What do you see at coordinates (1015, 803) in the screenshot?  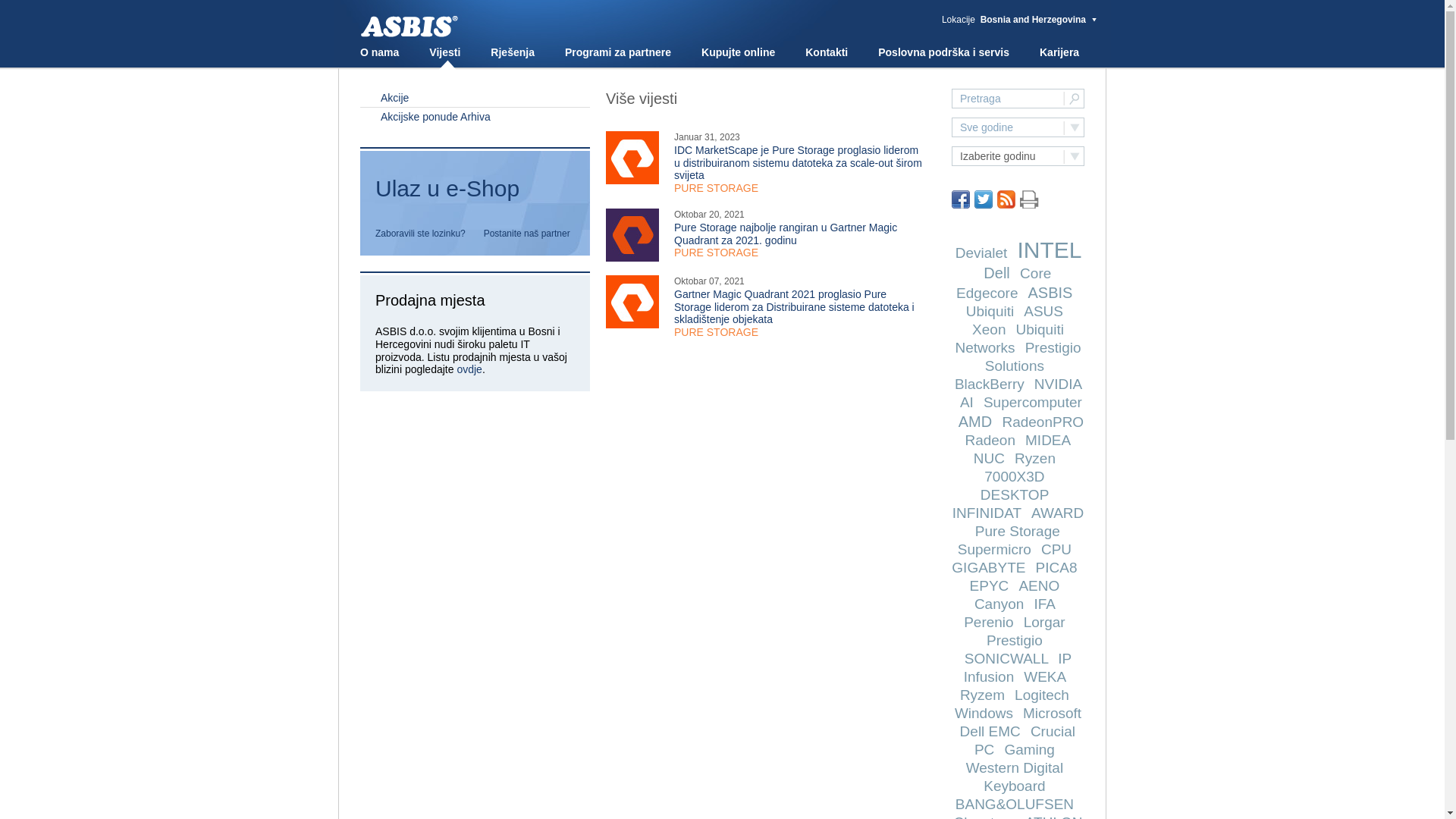 I see `'BANG&OLUFSEN'` at bounding box center [1015, 803].